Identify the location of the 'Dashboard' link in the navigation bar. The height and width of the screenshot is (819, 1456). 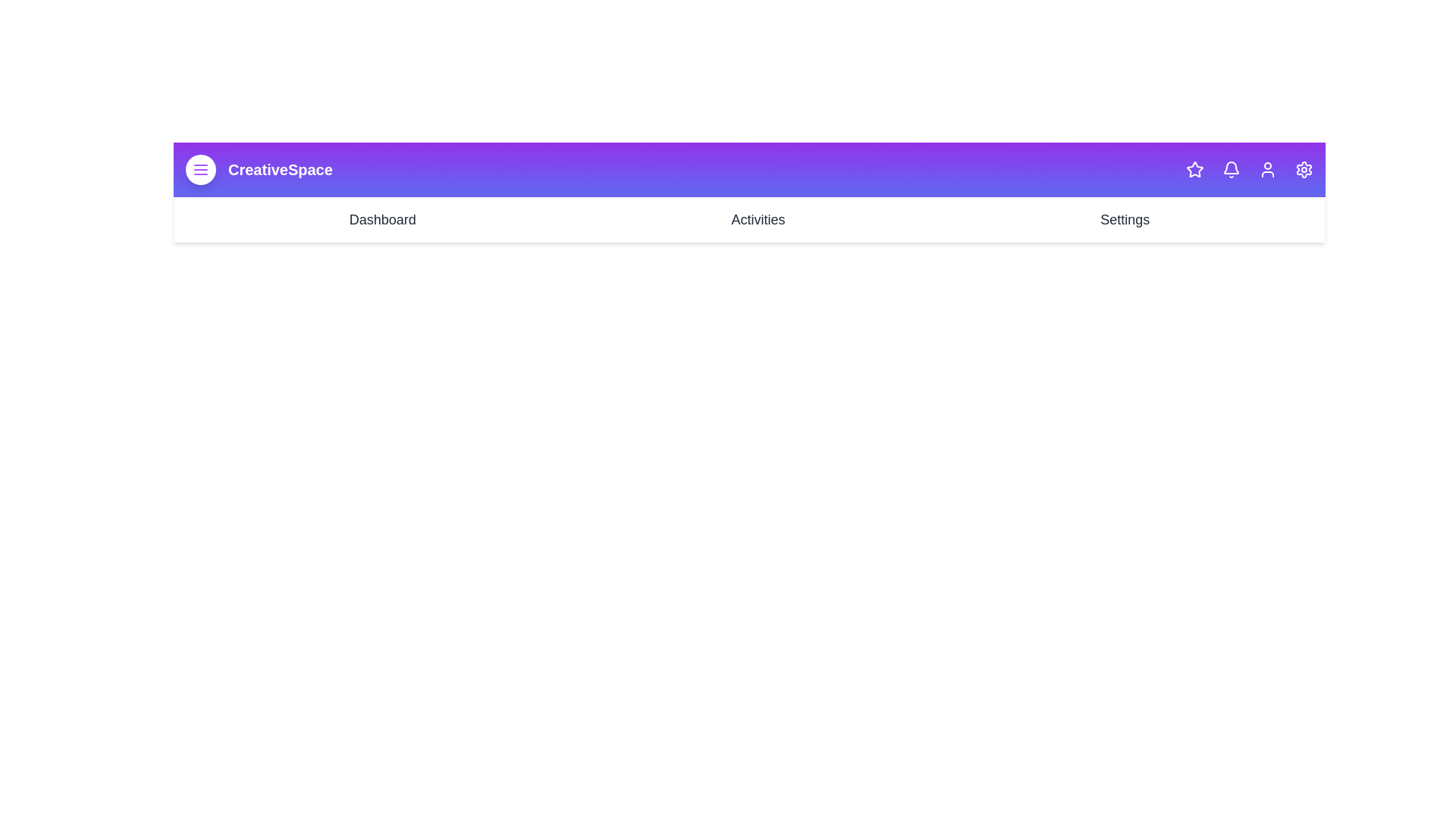
(382, 219).